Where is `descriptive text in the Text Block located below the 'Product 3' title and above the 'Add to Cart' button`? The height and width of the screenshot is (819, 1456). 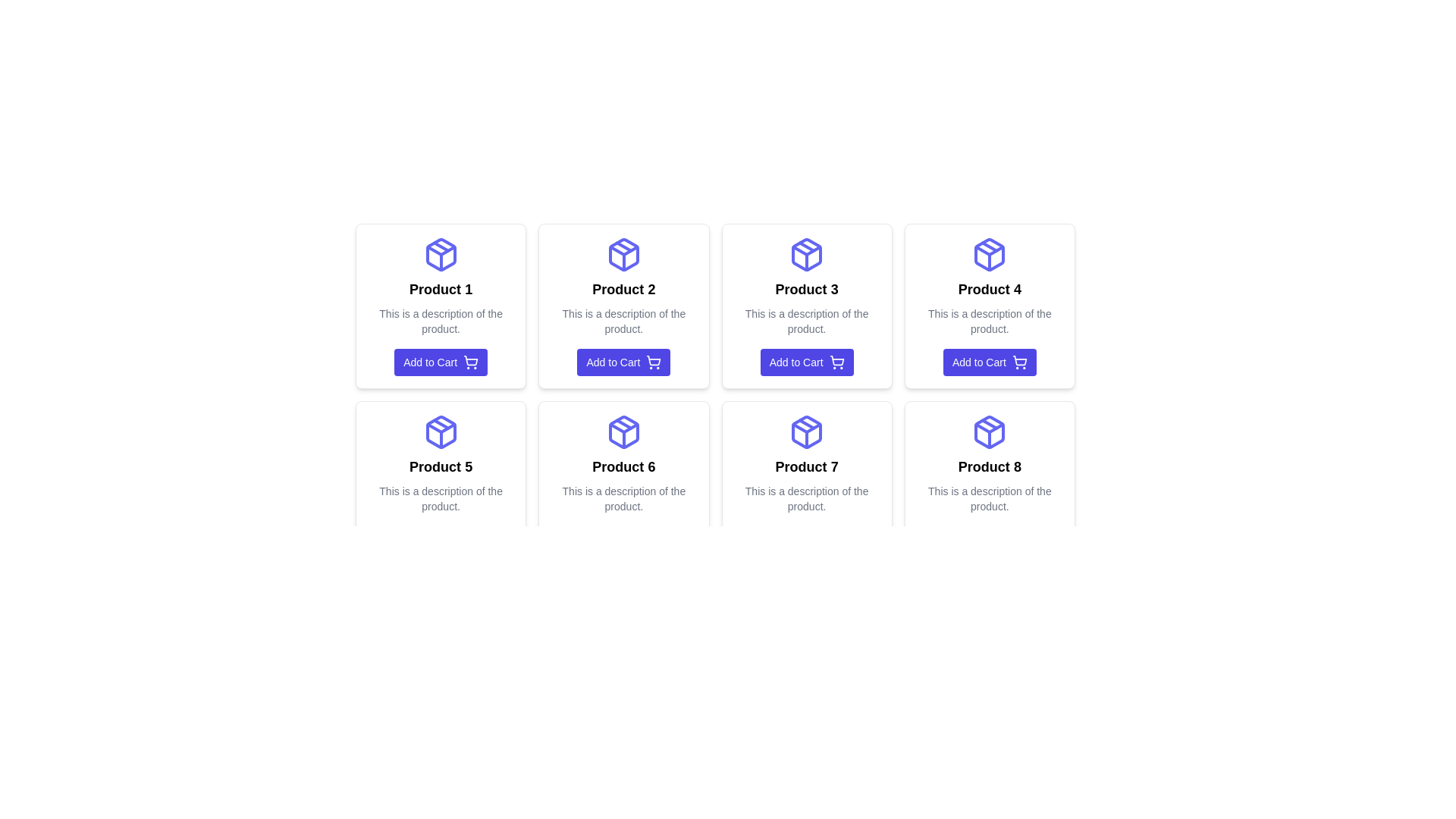
descriptive text in the Text Block located below the 'Product 3' title and above the 'Add to Cart' button is located at coordinates (806, 321).